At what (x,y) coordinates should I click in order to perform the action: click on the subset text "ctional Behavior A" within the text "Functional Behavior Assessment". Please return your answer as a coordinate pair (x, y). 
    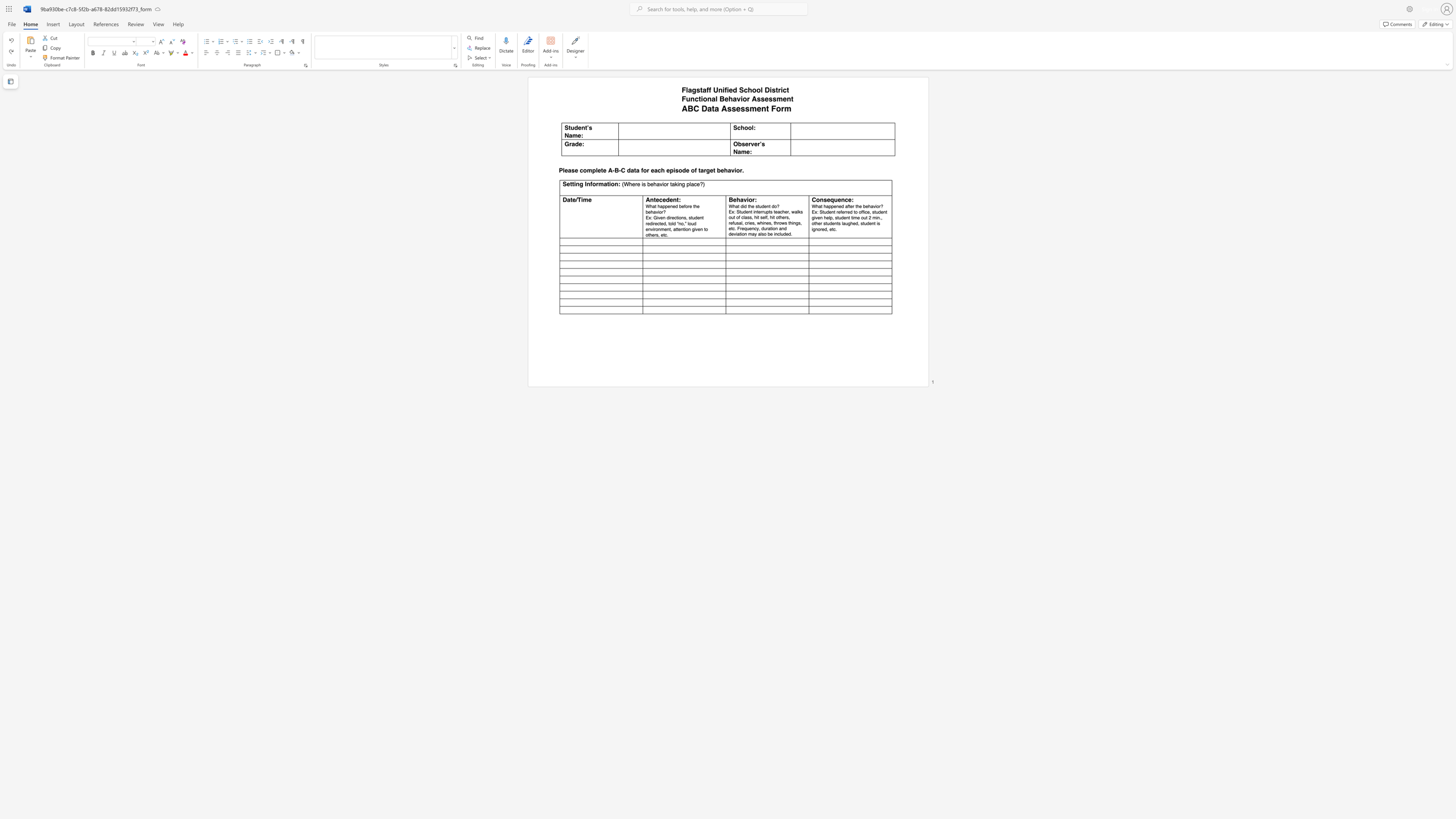
    Looking at the image, I should click on (694, 98).